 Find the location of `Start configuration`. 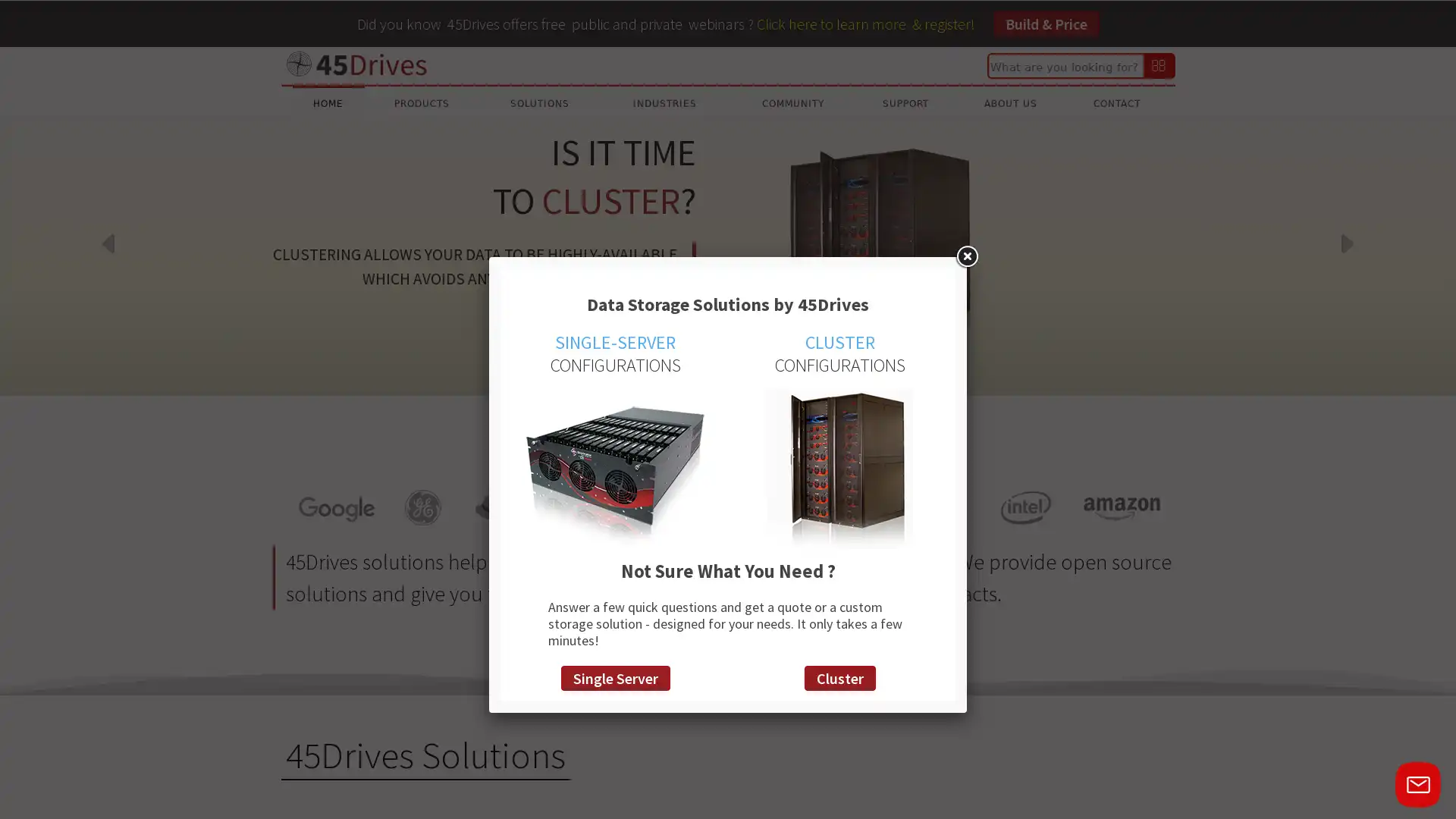

Start configuration is located at coordinates (768, 375).